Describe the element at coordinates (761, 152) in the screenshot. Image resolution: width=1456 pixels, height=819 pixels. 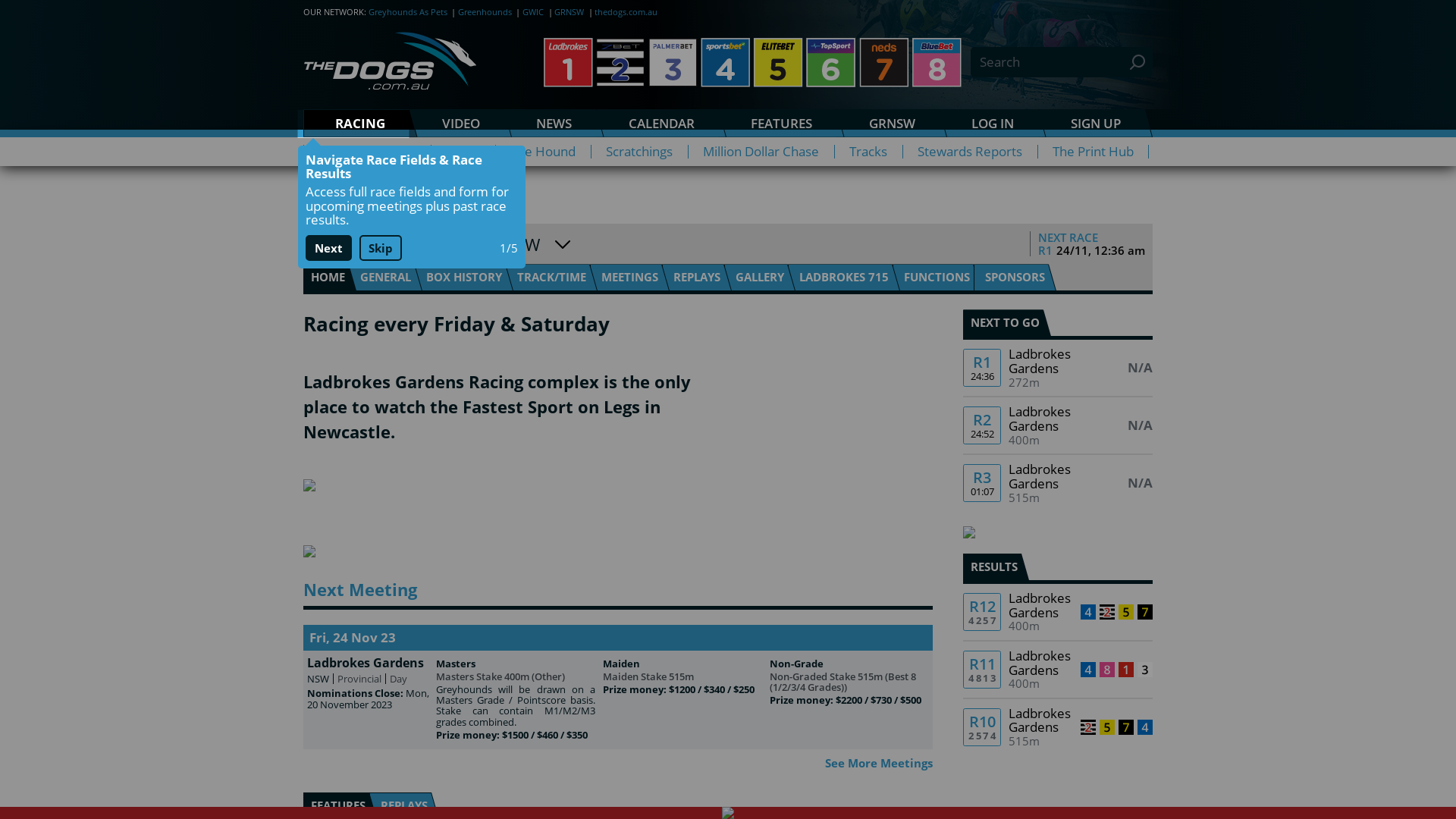
I see `'Million Dollar Chase'` at that location.